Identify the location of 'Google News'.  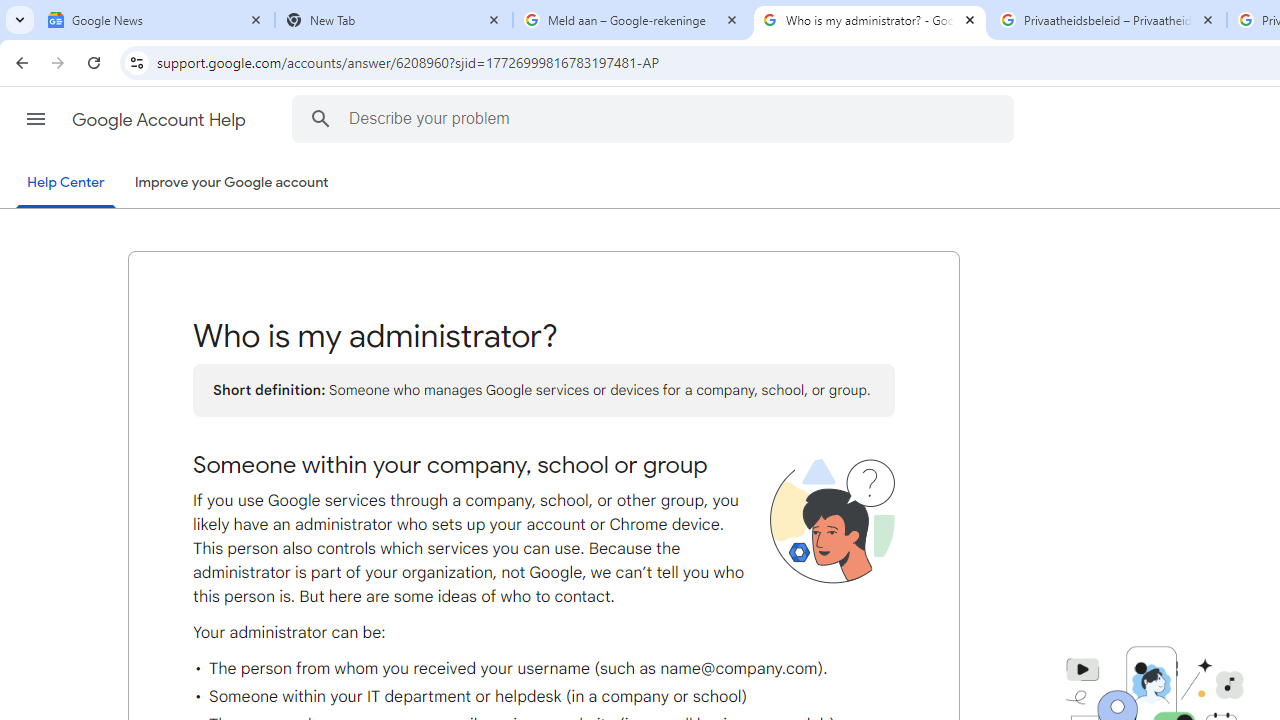
(155, 20).